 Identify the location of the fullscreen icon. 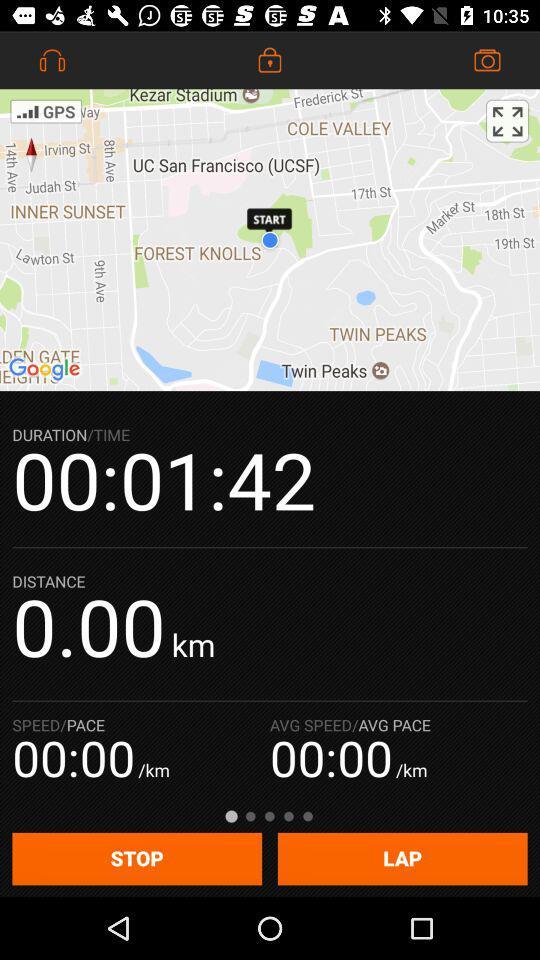
(507, 120).